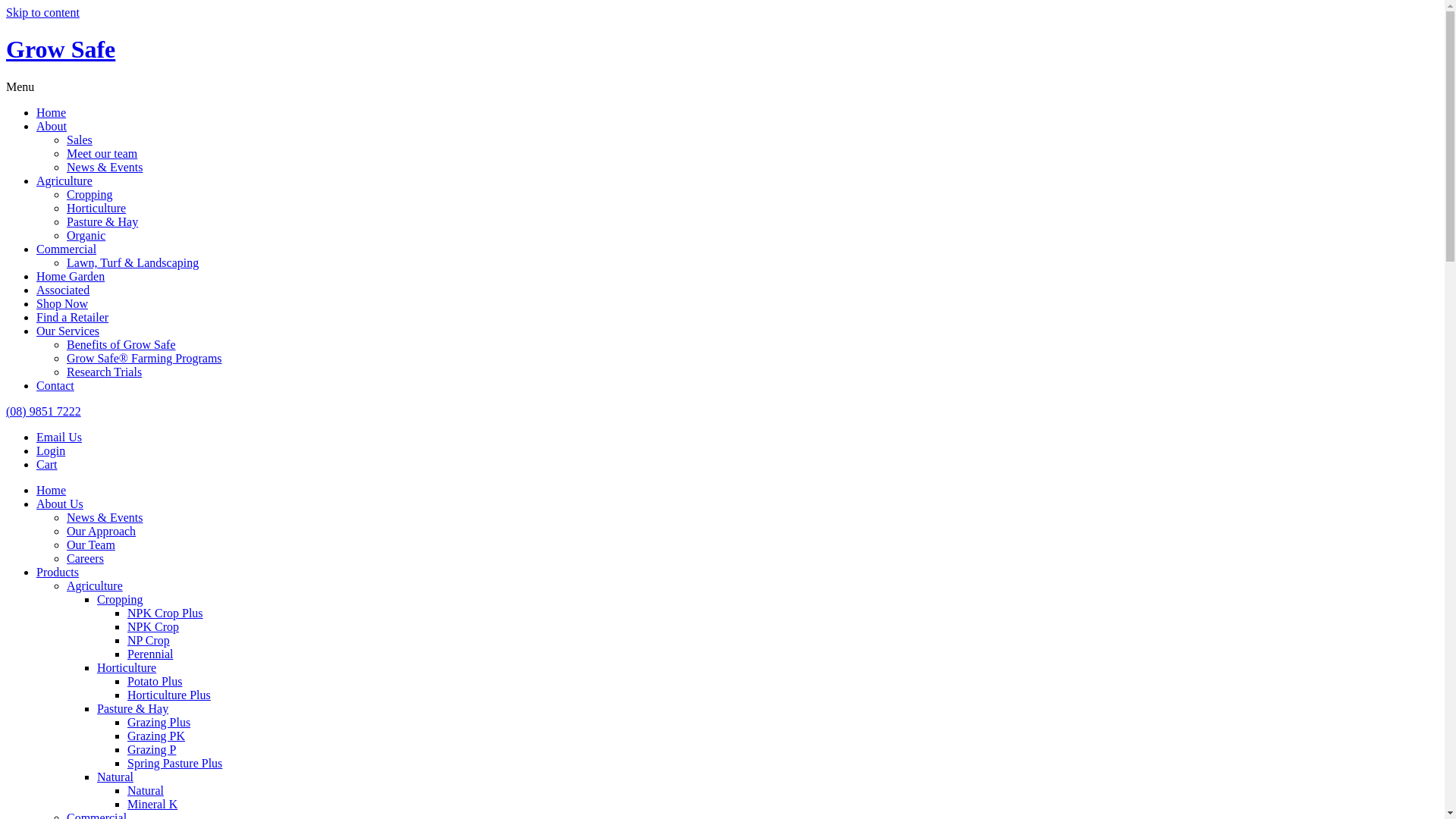  Describe the element at coordinates (51, 125) in the screenshot. I see `'About'` at that location.